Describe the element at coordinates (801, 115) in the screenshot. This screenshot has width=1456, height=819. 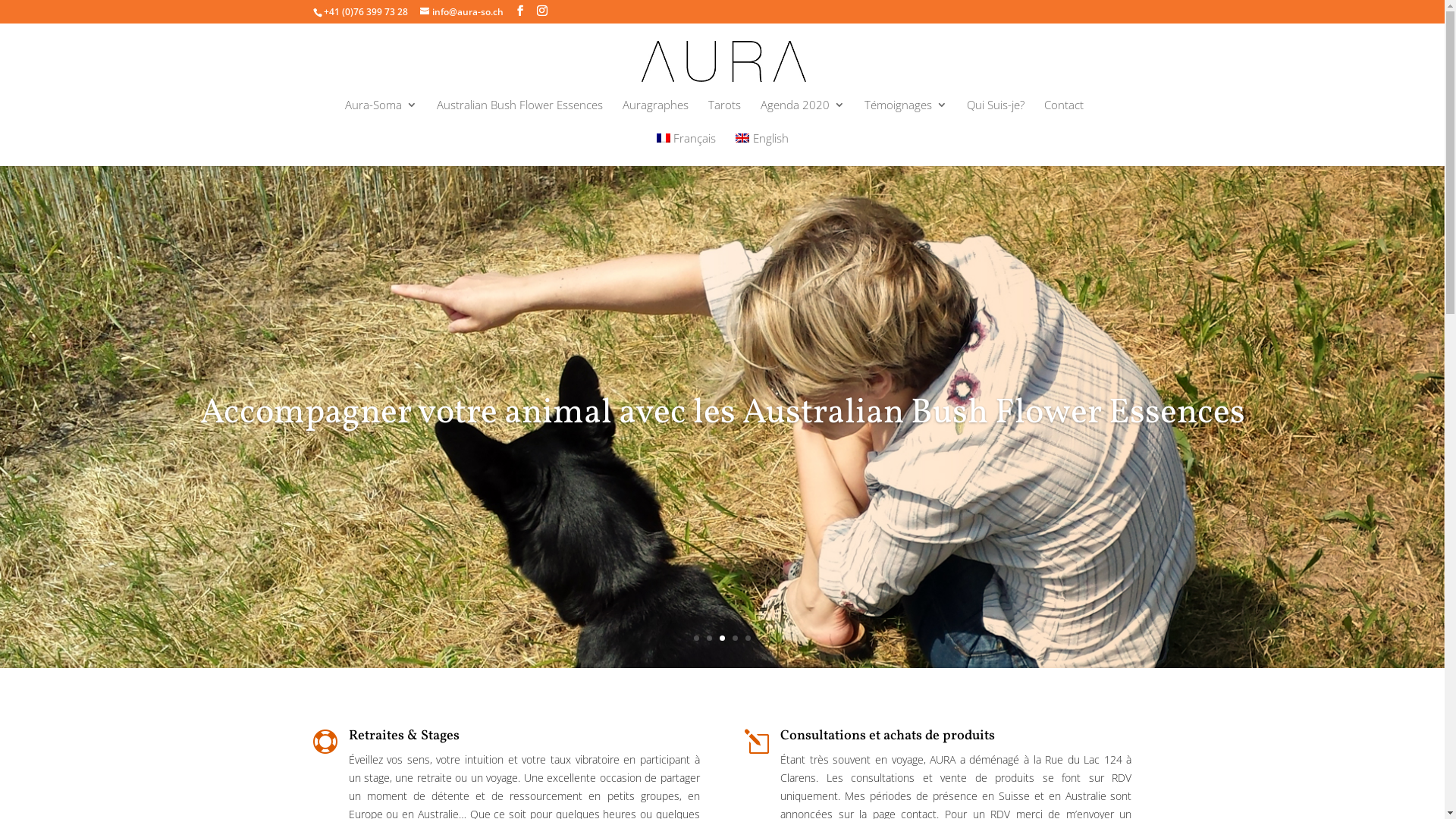
I see `'Agenda 2020'` at that location.